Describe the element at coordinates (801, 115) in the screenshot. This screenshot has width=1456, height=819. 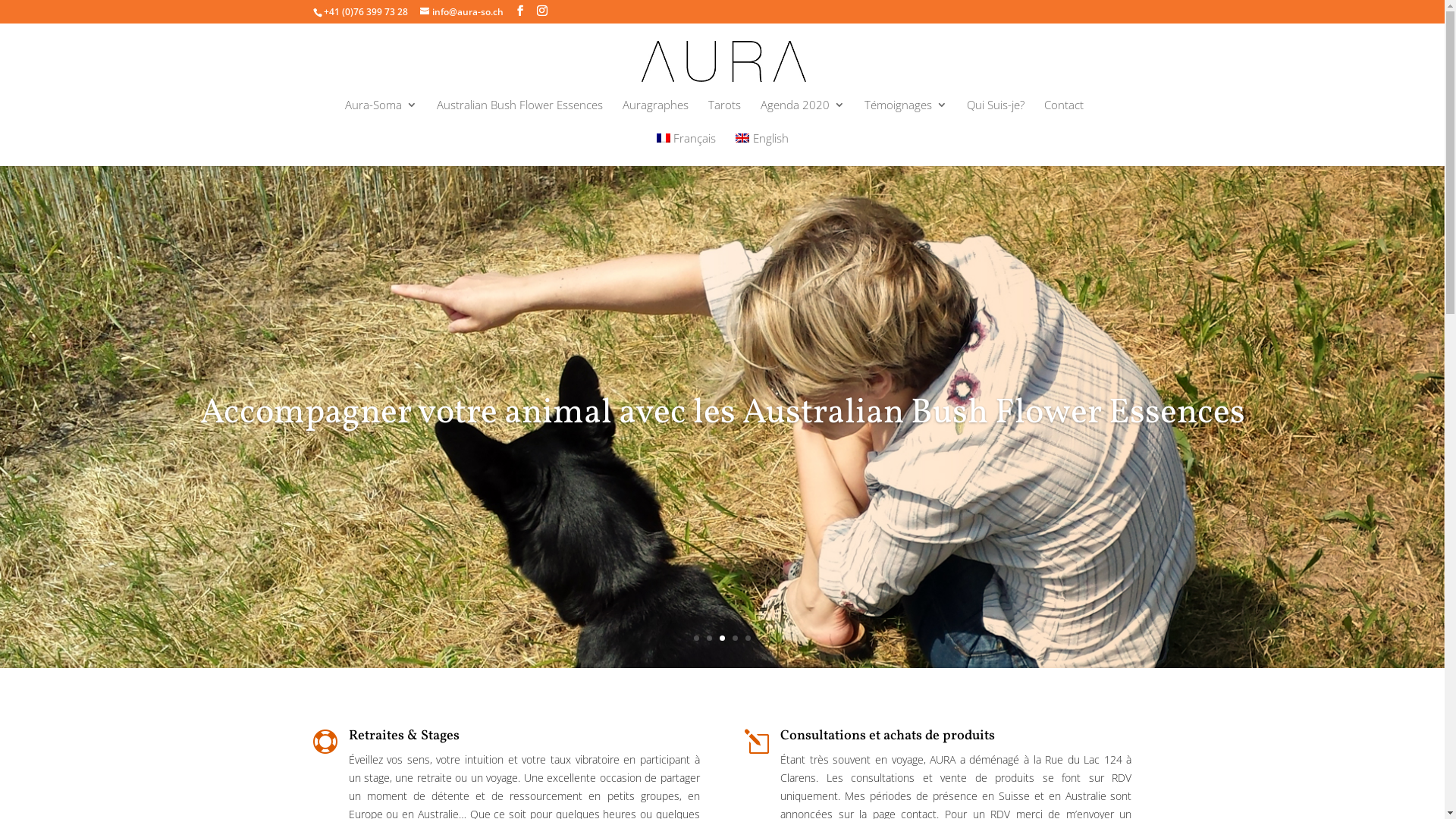
I see `'Agenda 2020'` at that location.